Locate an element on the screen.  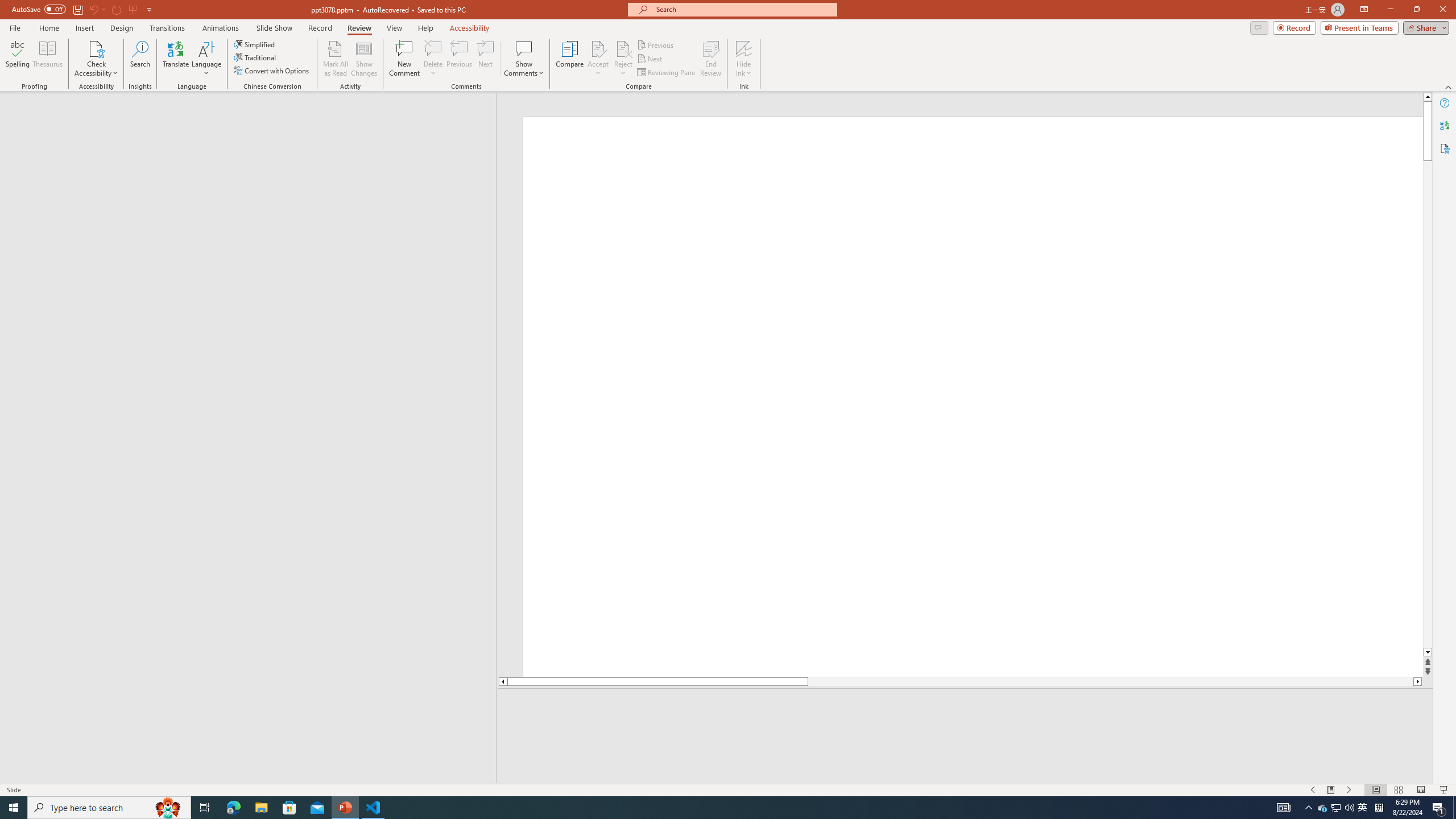
'Slide Show Next On' is located at coordinates (1349, 790).